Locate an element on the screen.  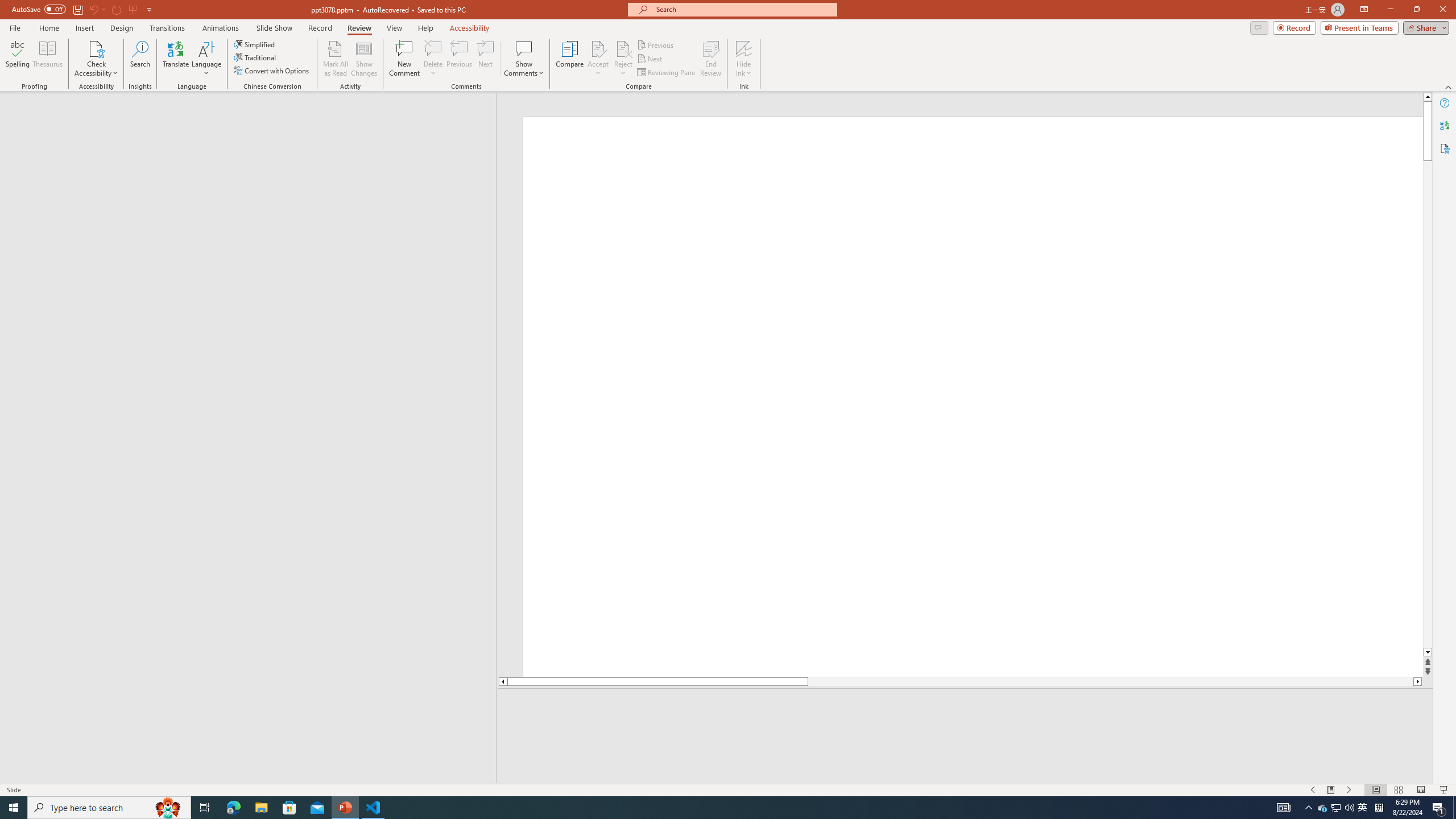
'Slide Show Next On' is located at coordinates (1349, 790).